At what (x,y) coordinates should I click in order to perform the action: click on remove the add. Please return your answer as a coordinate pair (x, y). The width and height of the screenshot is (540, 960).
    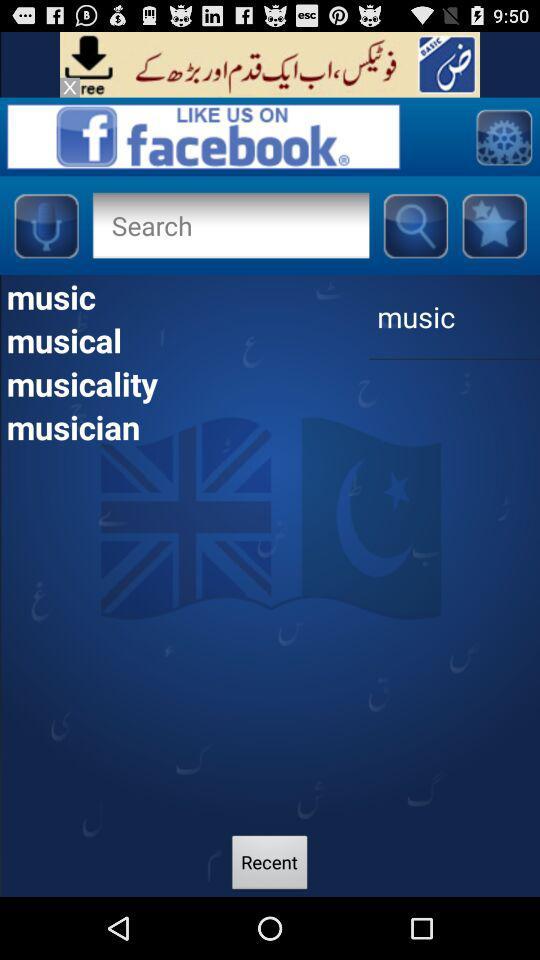
    Looking at the image, I should click on (68, 87).